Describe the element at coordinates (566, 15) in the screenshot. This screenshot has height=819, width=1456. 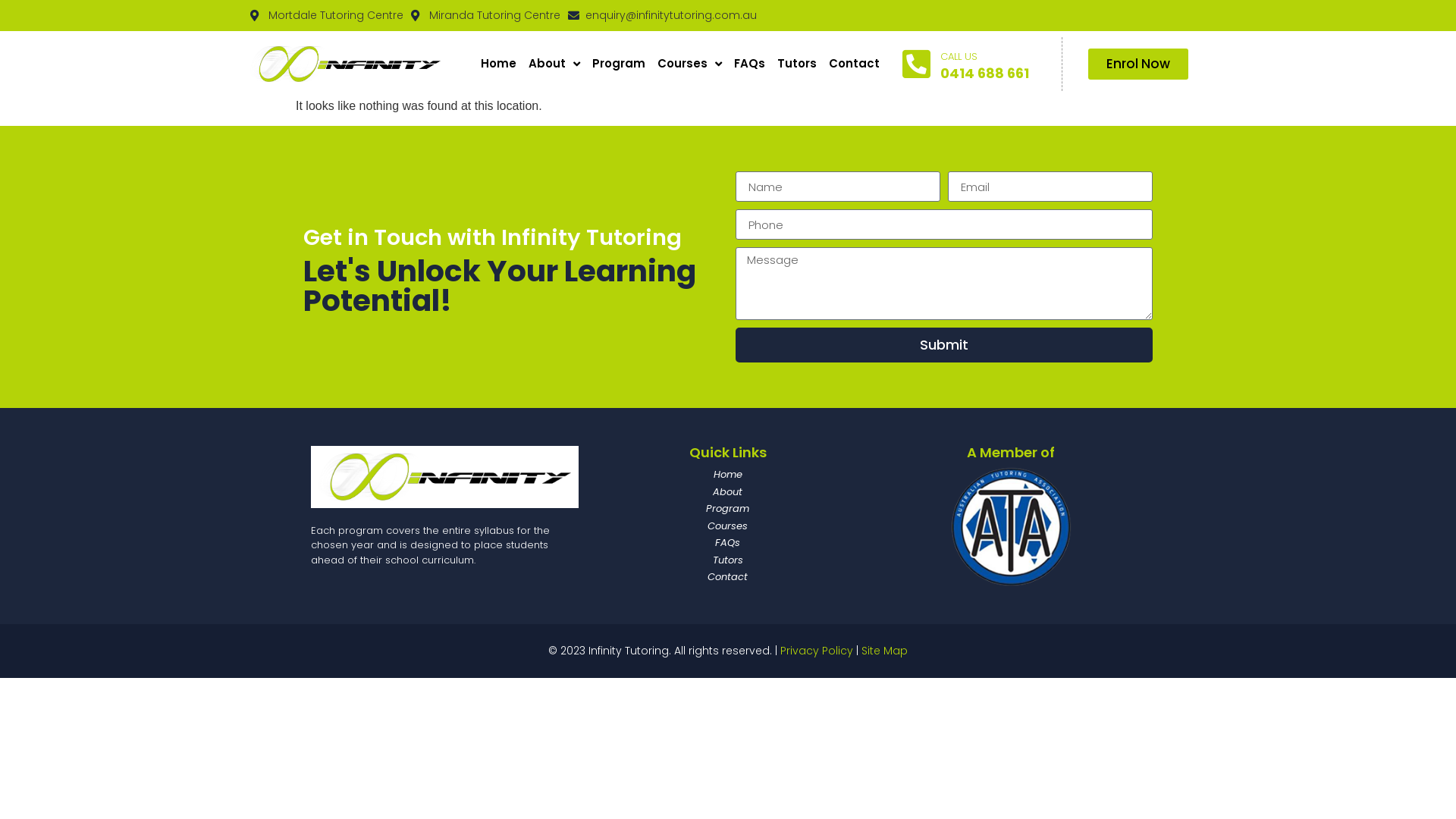
I see `'enquiry@infinitytutoring.com.au'` at that location.